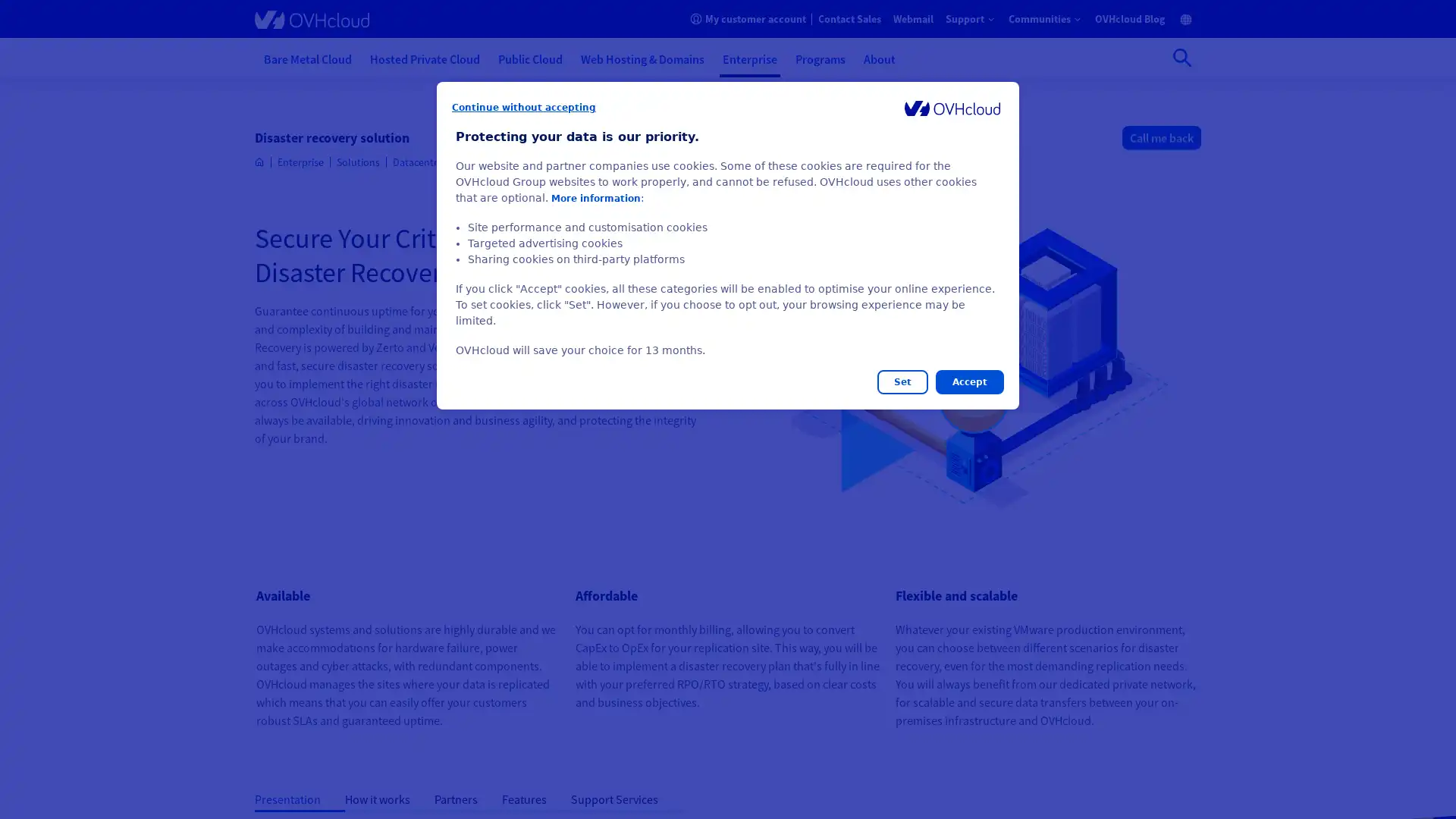 The image size is (1456, 819). What do you see at coordinates (968, 381) in the screenshot?
I see `Accept` at bounding box center [968, 381].